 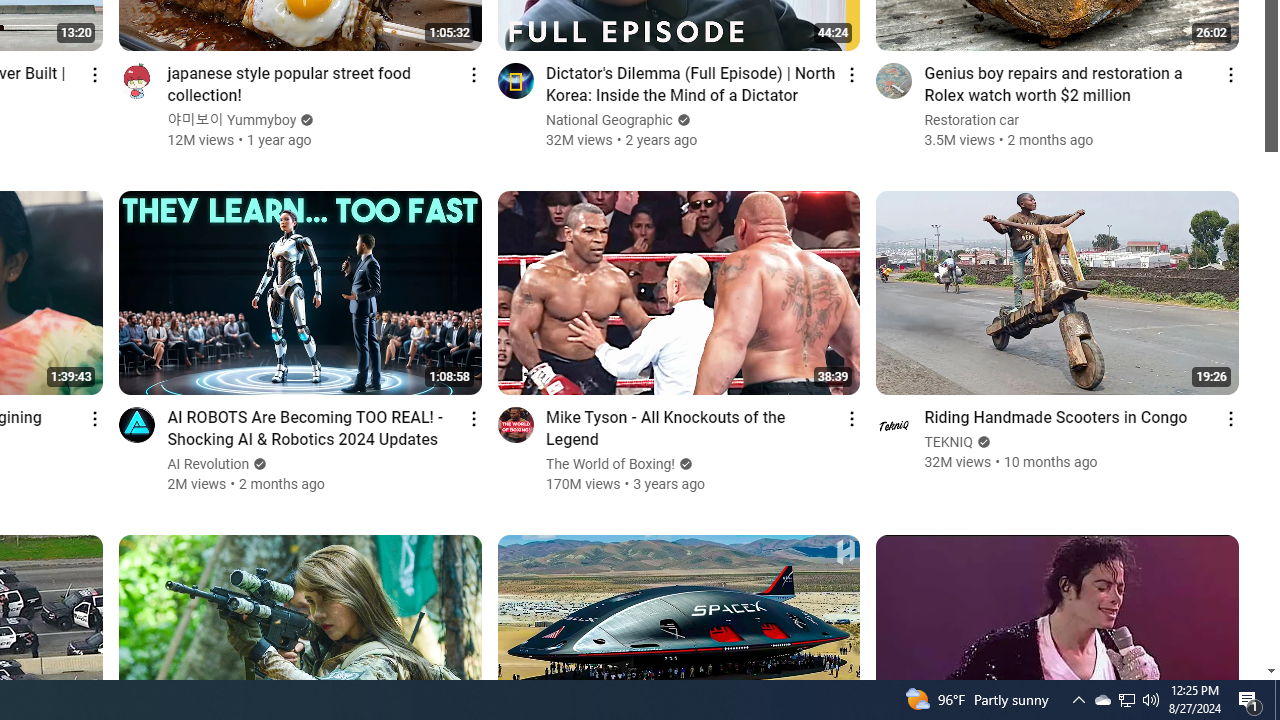 What do you see at coordinates (972, 120) in the screenshot?
I see `'Restoration car'` at bounding box center [972, 120].